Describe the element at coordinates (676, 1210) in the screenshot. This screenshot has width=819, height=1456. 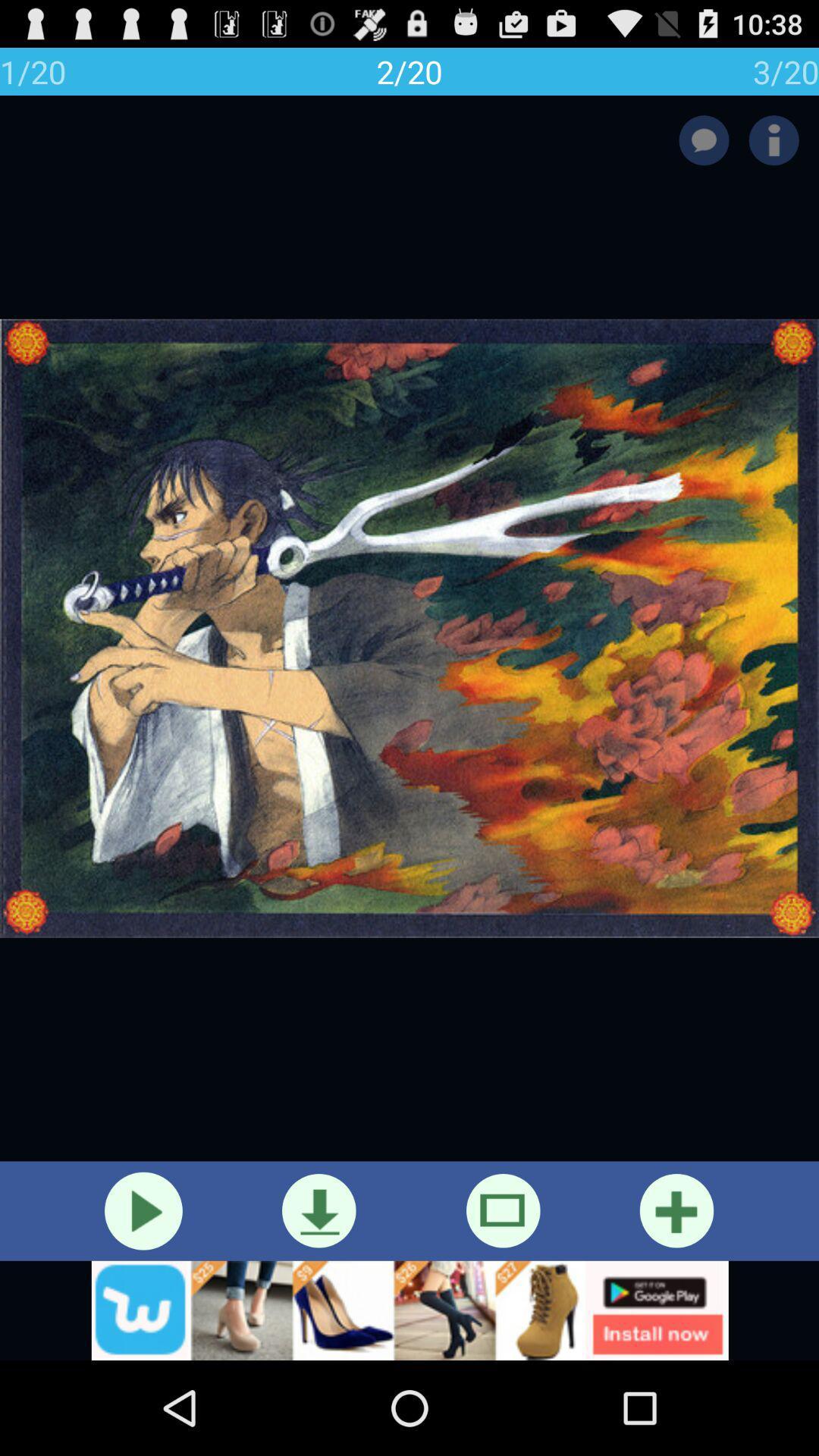
I see `button` at that location.